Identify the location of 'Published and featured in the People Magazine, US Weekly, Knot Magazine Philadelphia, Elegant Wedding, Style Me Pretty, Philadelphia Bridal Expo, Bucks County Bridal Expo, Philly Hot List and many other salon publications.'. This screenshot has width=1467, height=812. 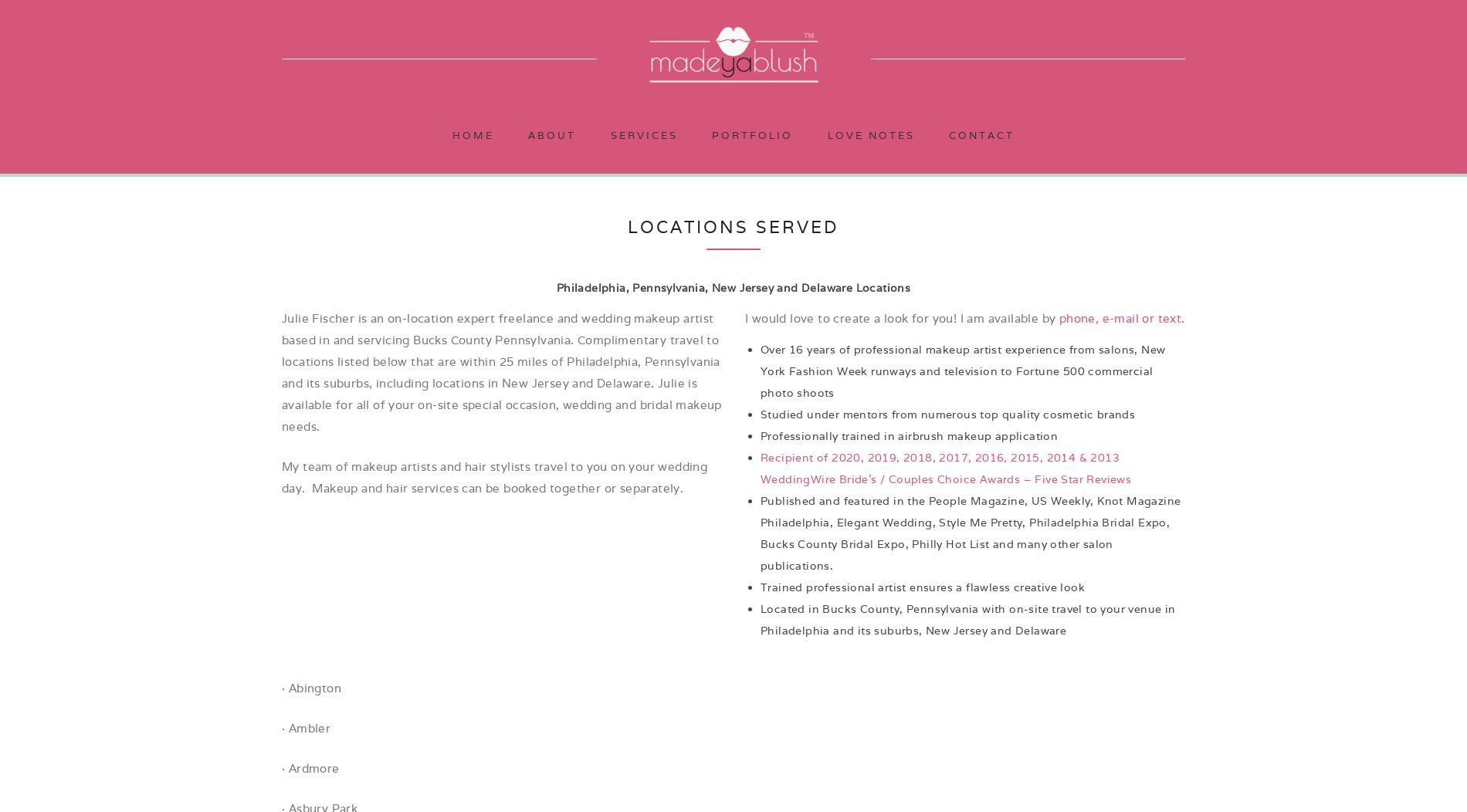
(760, 532).